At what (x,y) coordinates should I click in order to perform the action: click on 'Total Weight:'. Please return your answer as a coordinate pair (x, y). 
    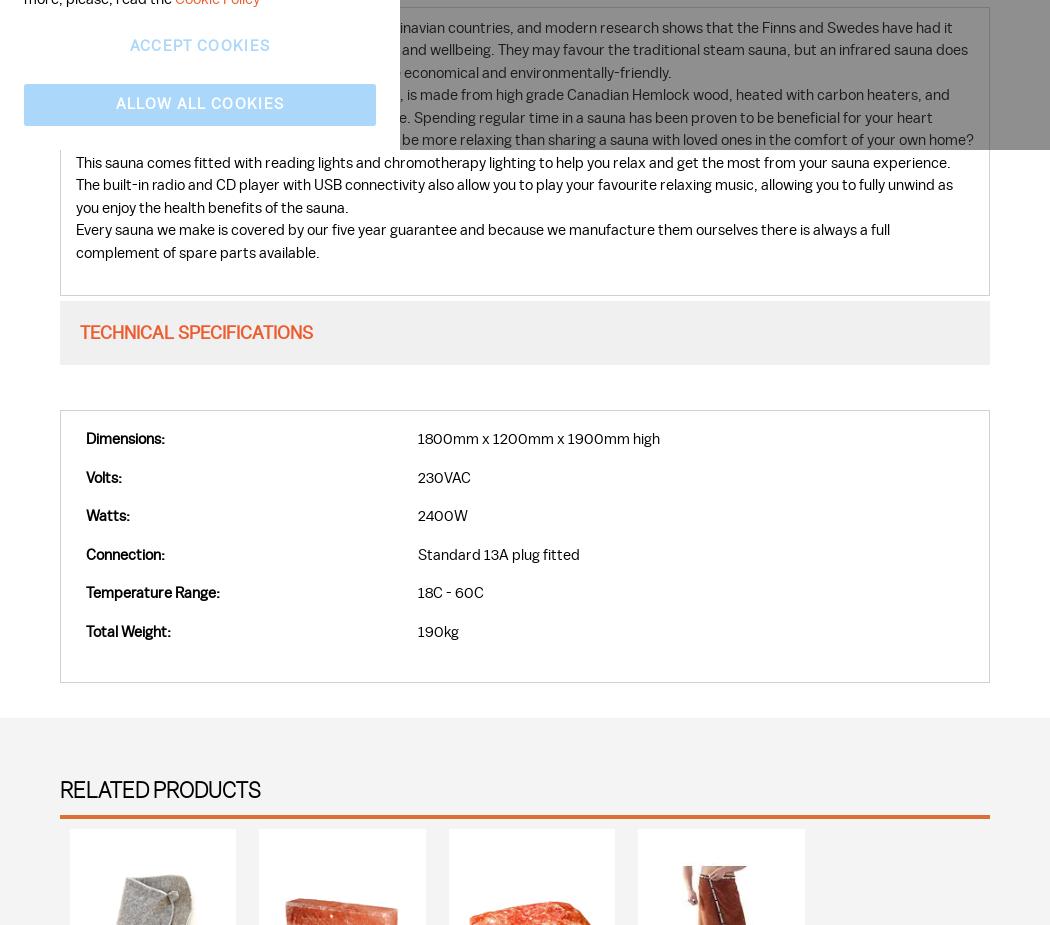
    Looking at the image, I should click on (127, 631).